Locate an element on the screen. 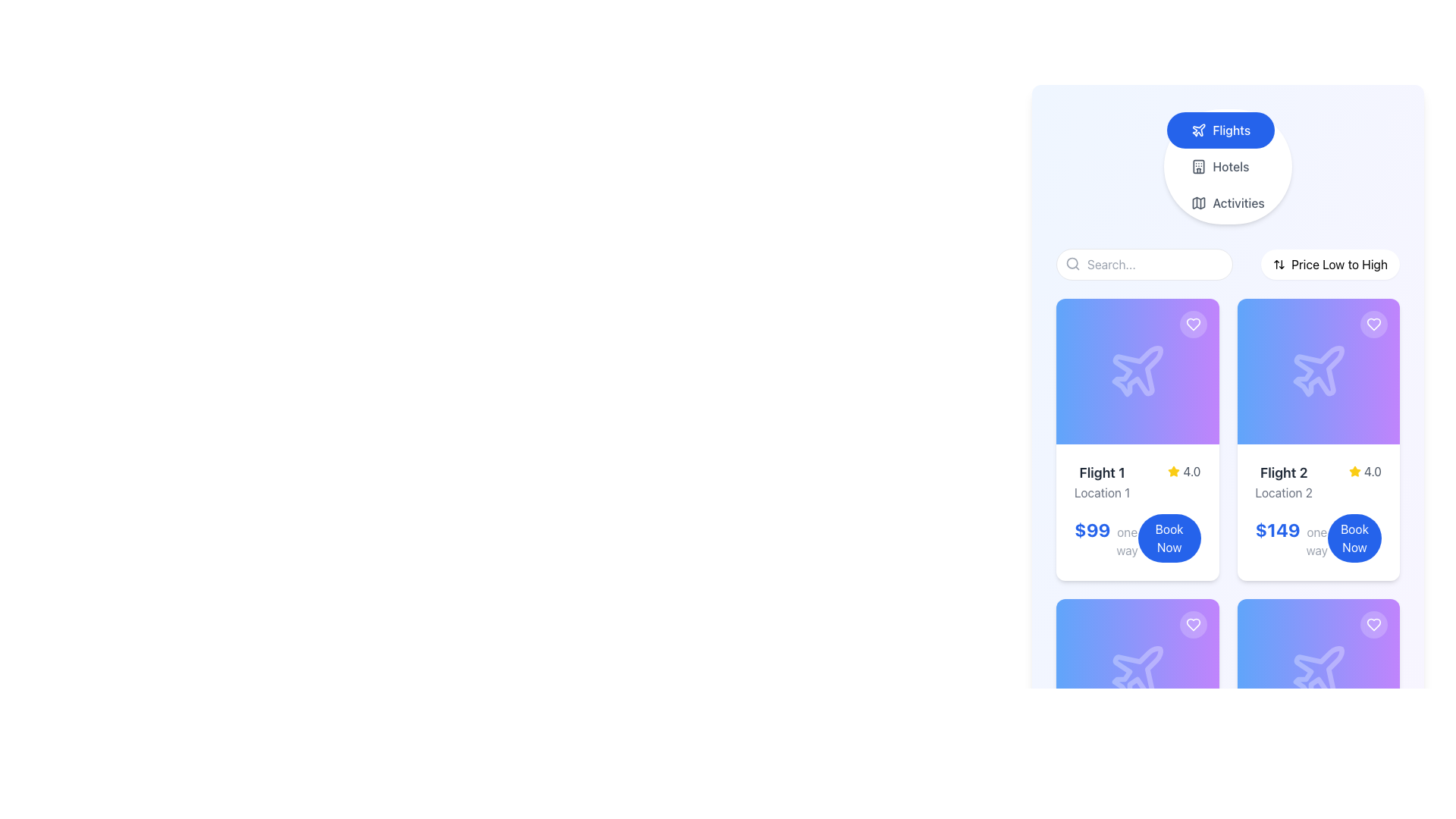 This screenshot has height=819, width=1456. the airplane icon on the blue circular button at the top-right of the interface is located at coordinates (1198, 129).